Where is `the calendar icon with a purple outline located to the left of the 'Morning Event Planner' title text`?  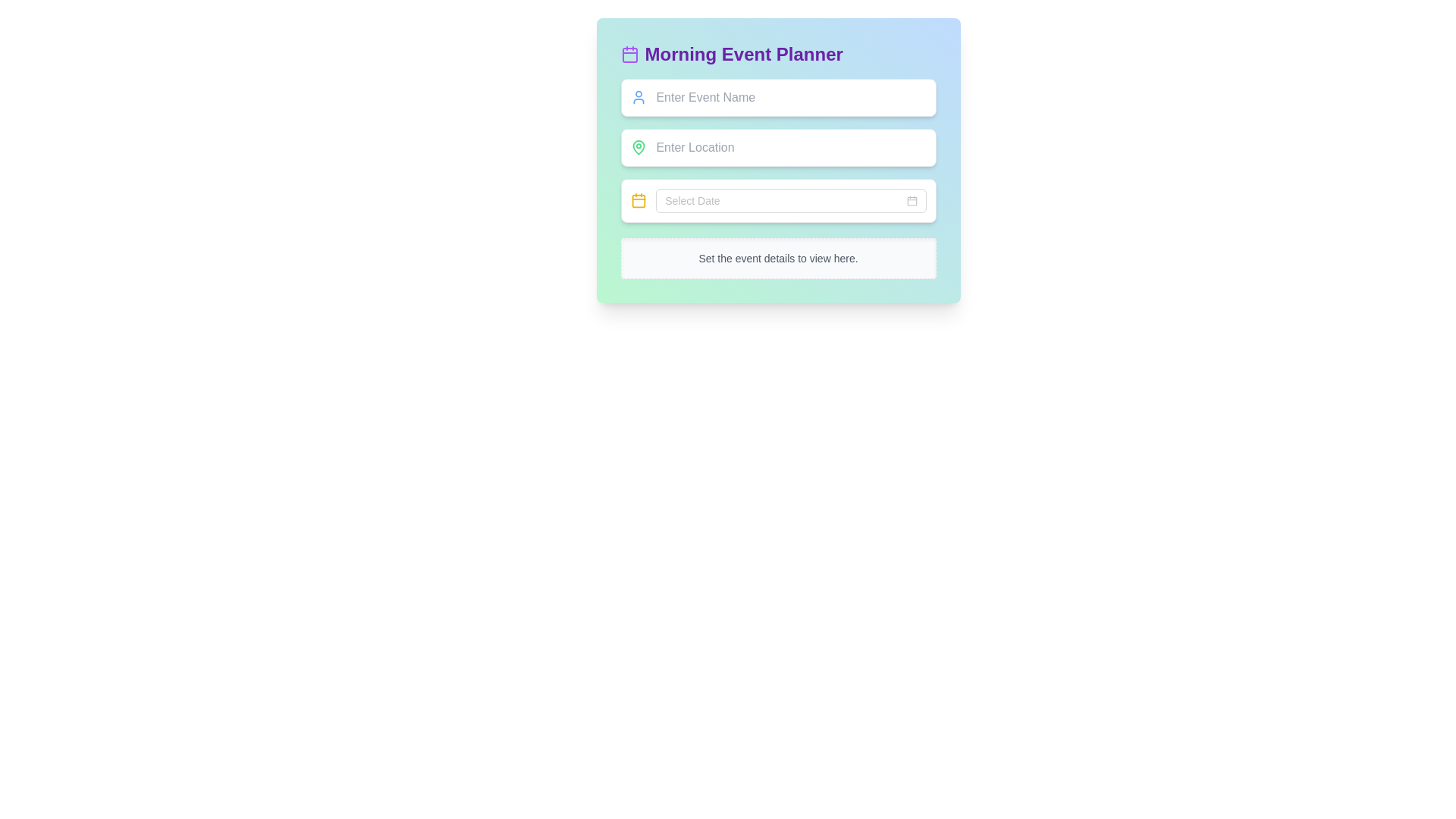 the calendar icon with a purple outline located to the left of the 'Morning Event Planner' title text is located at coordinates (629, 54).